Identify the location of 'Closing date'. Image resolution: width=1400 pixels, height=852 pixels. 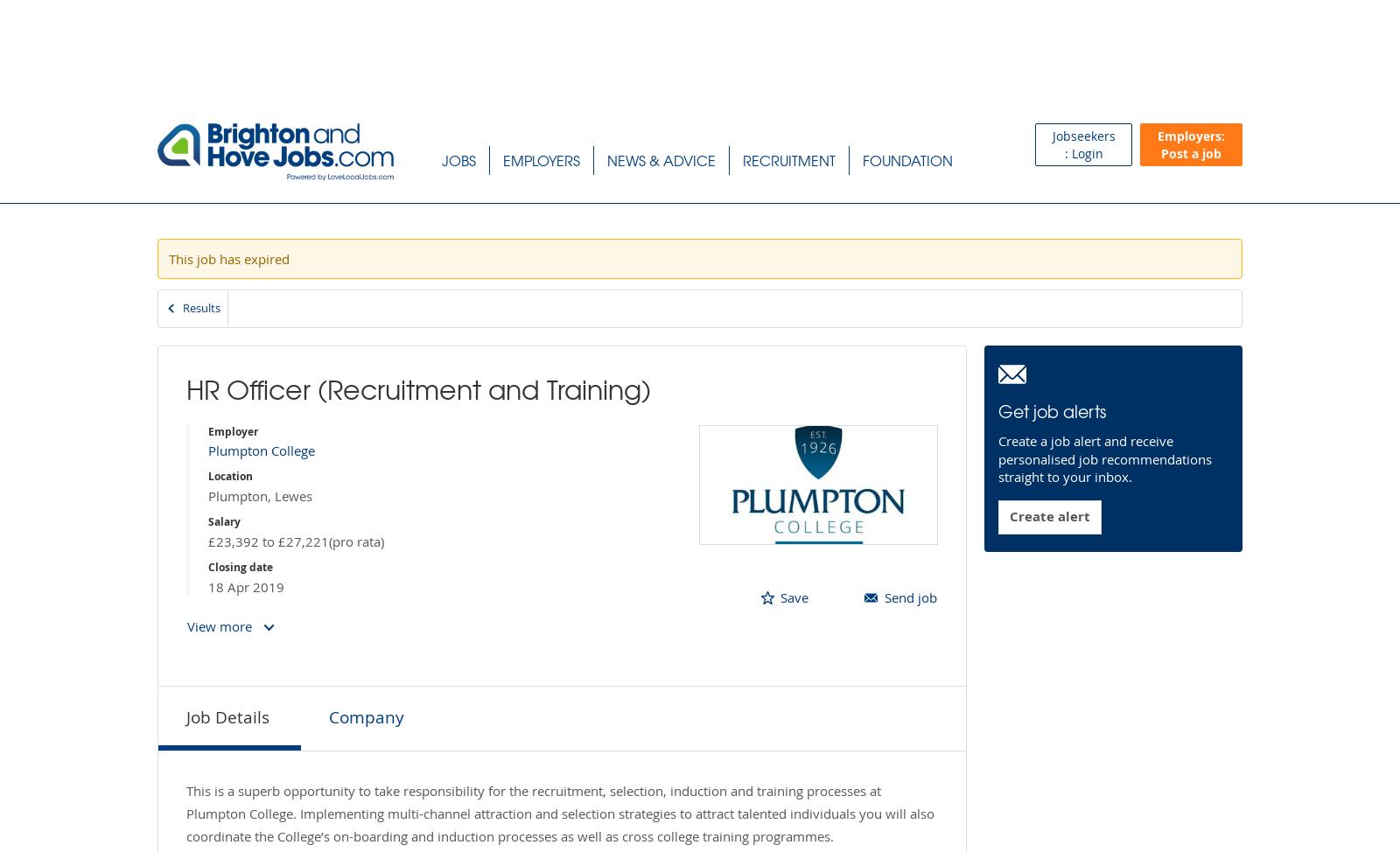
(241, 566).